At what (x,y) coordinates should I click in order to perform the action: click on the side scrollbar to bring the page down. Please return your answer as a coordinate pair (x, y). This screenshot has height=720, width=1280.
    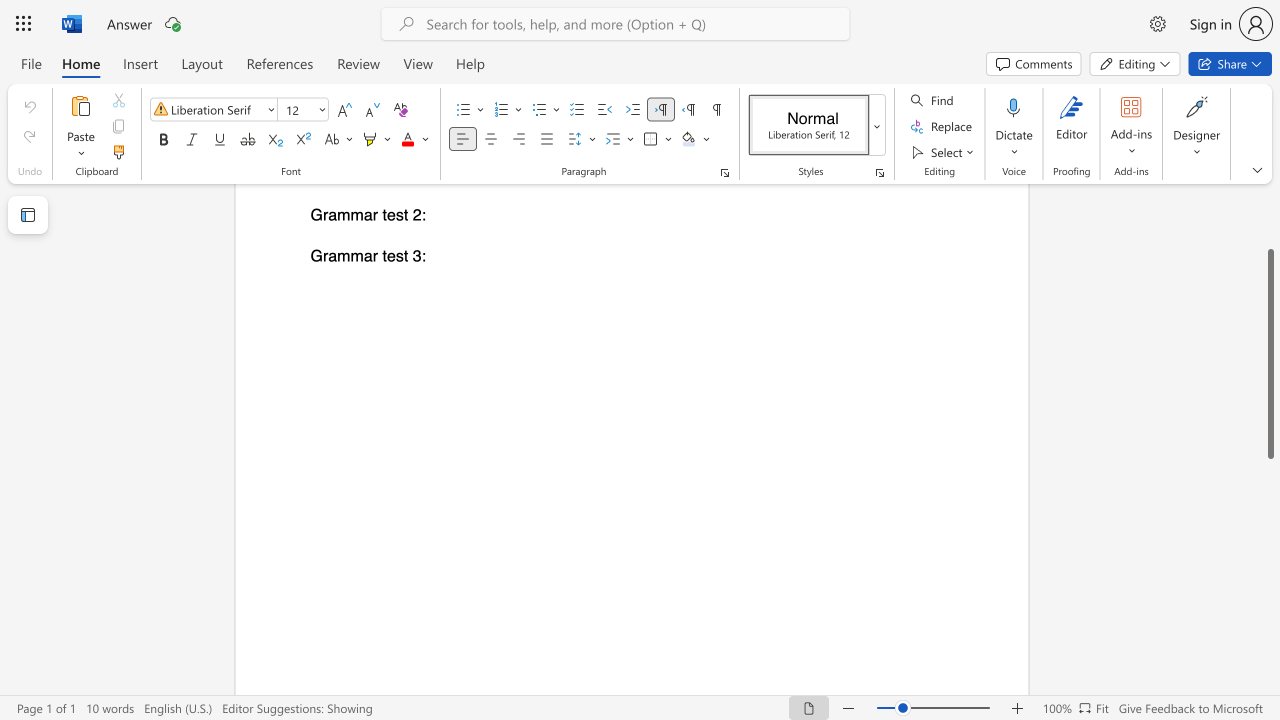
    Looking at the image, I should click on (1269, 490).